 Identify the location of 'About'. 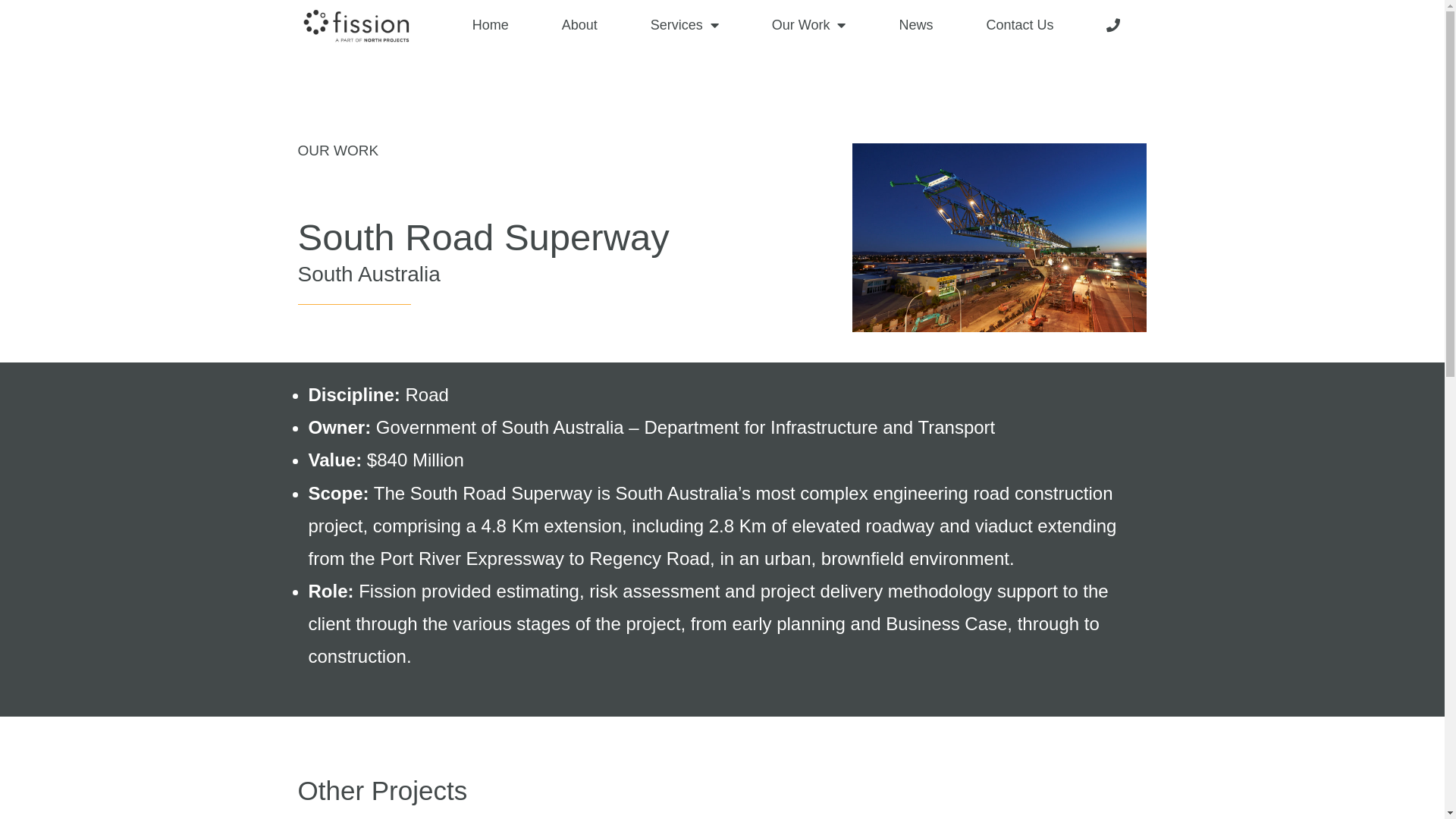
(579, 25).